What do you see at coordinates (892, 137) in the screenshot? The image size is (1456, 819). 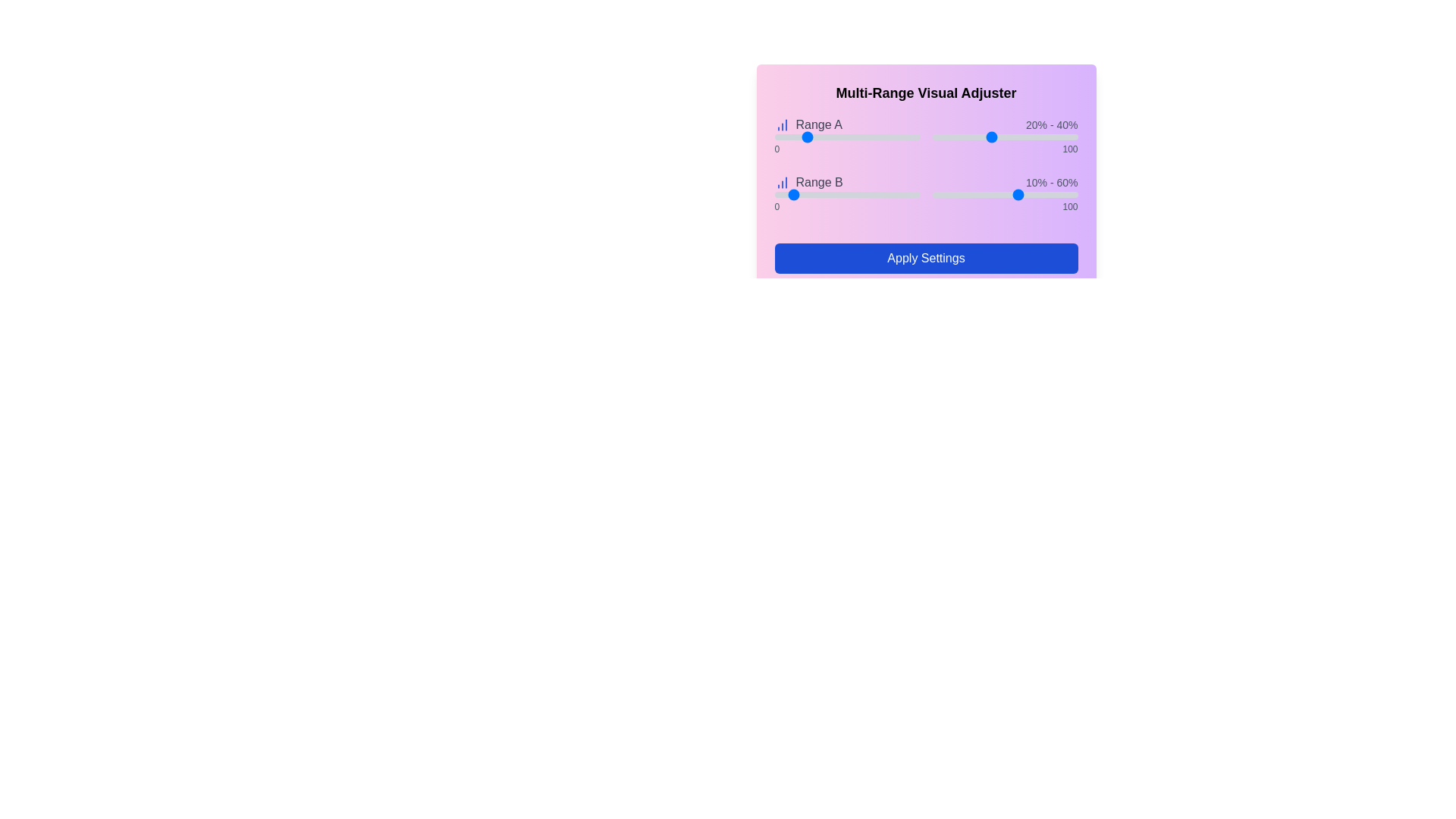 I see `the slider` at bounding box center [892, 137].